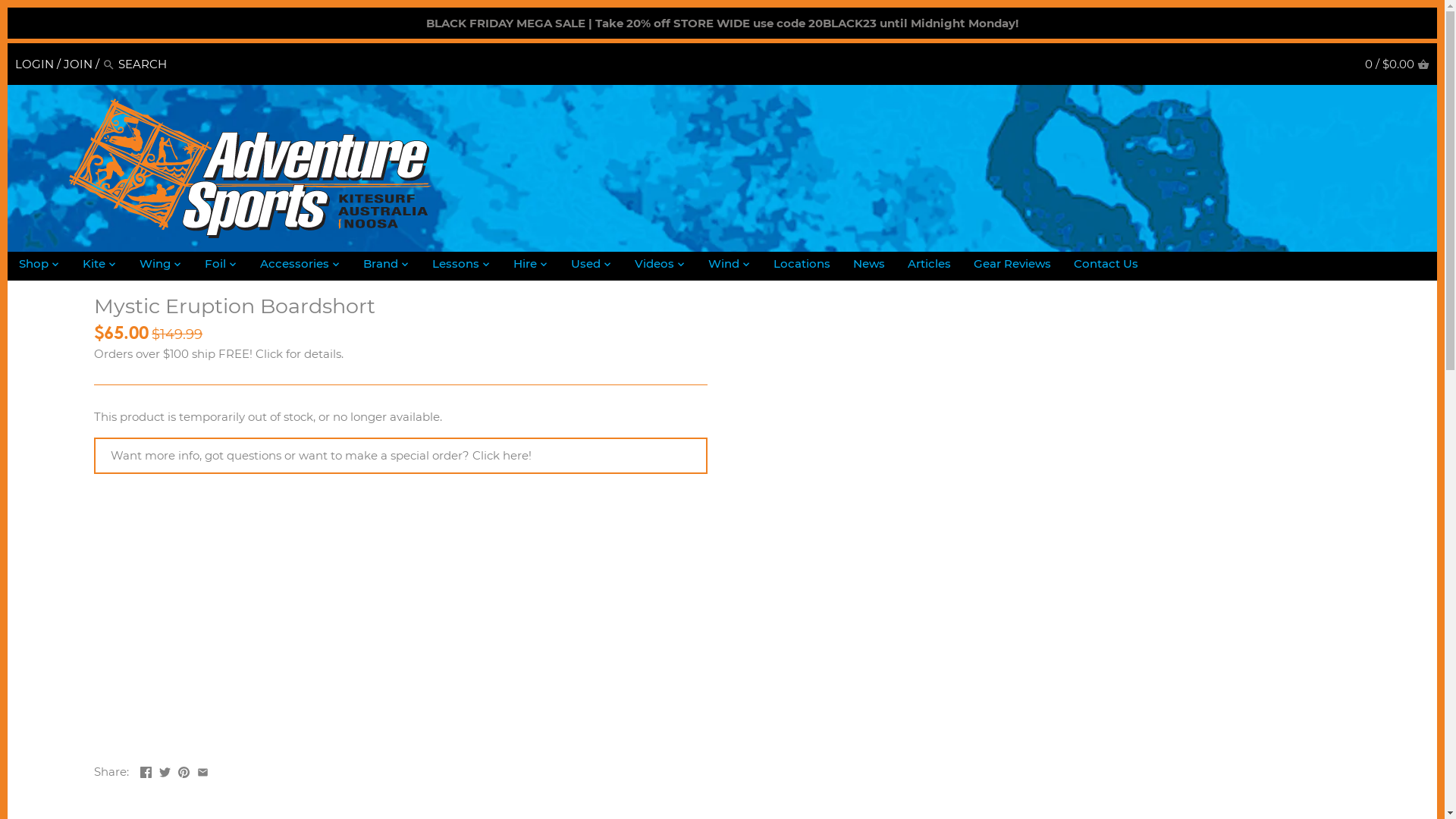 Image resolution: width=1456 pixels, height=819 pixels. Describe the element at coordinates (155, 265) in the screenshot. I see `'Wing'` at that location.